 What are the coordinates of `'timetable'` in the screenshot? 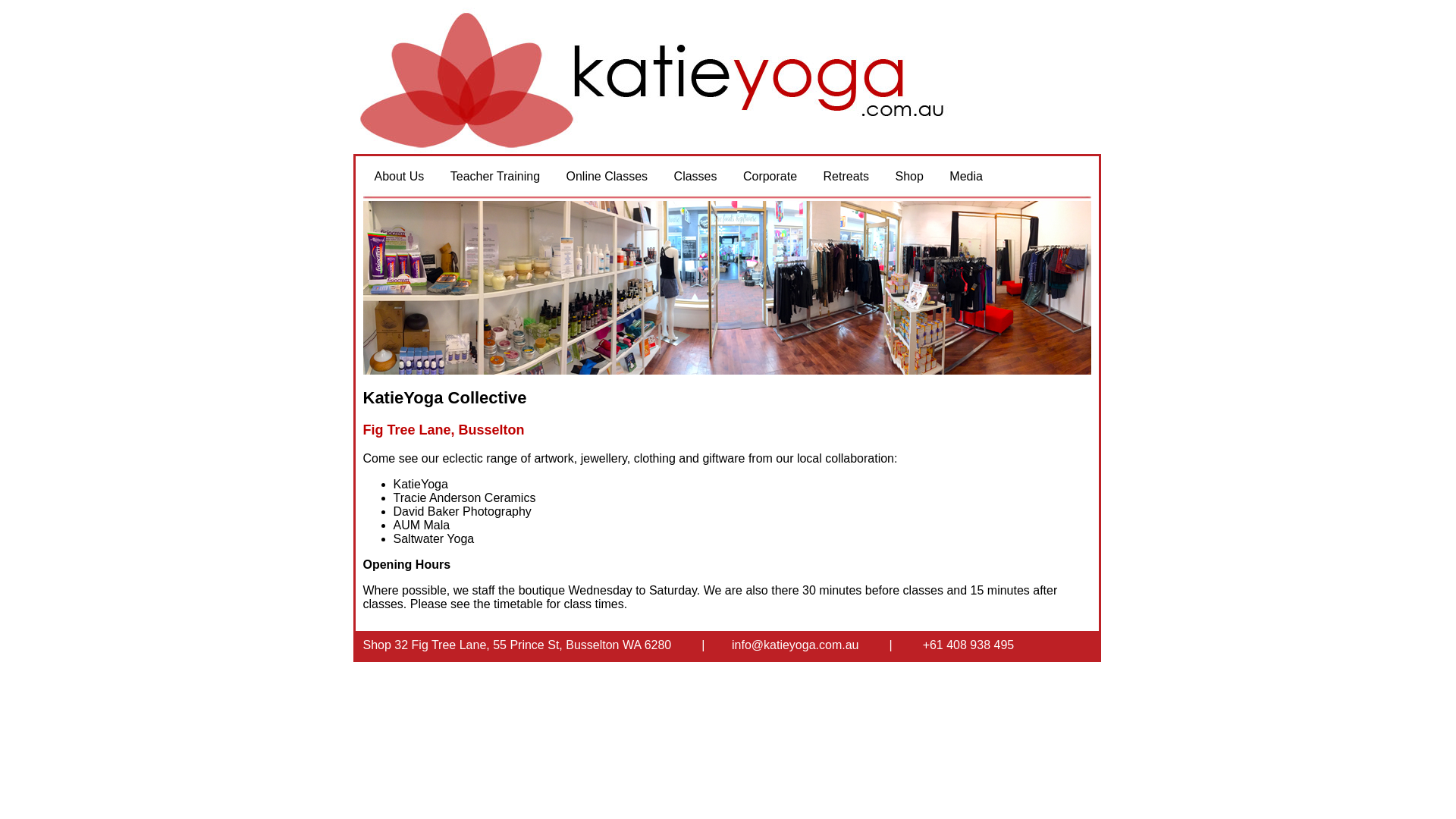 It's located at (518, 603).